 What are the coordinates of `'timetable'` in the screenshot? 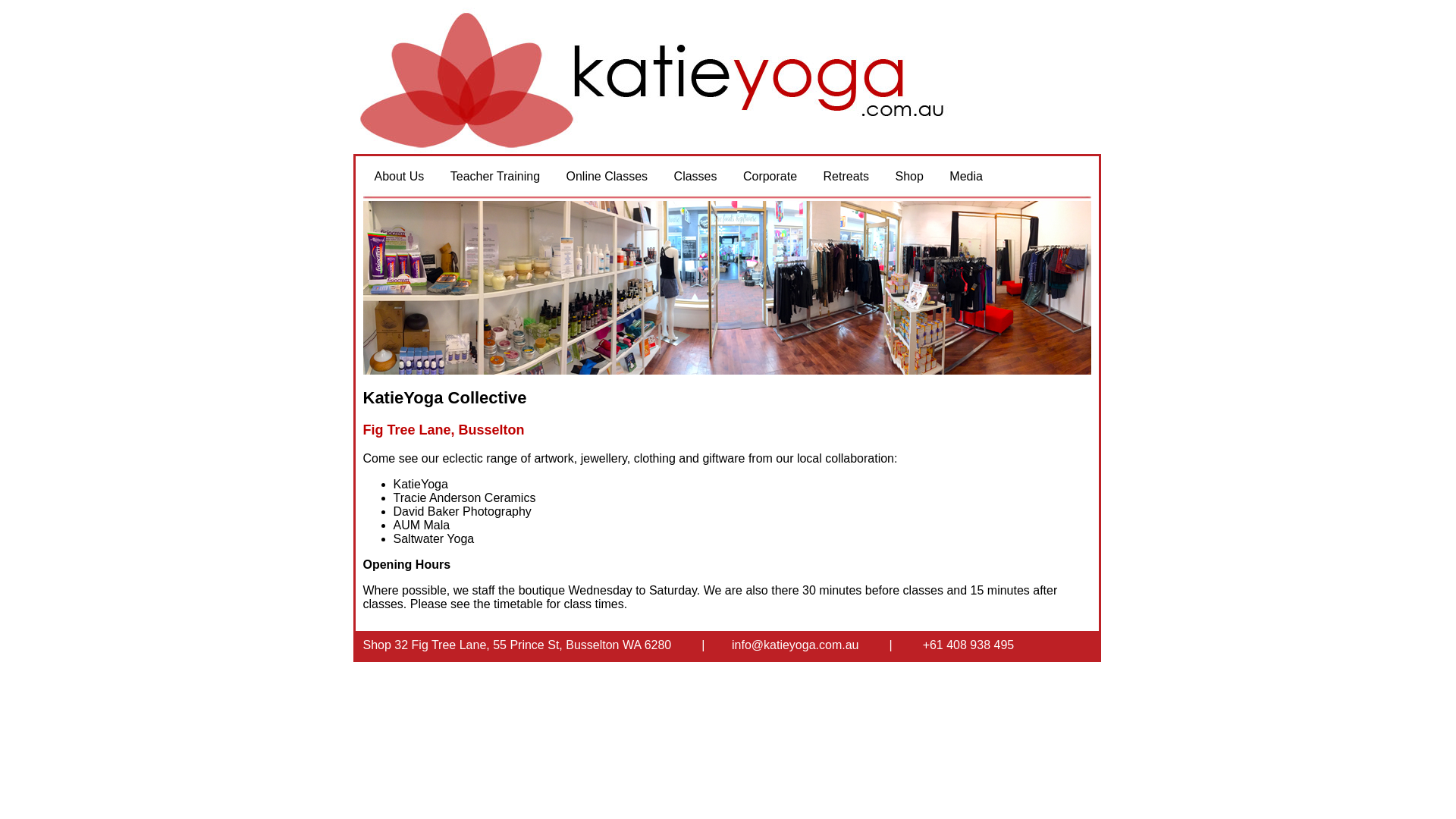 It's located at (518, 603).